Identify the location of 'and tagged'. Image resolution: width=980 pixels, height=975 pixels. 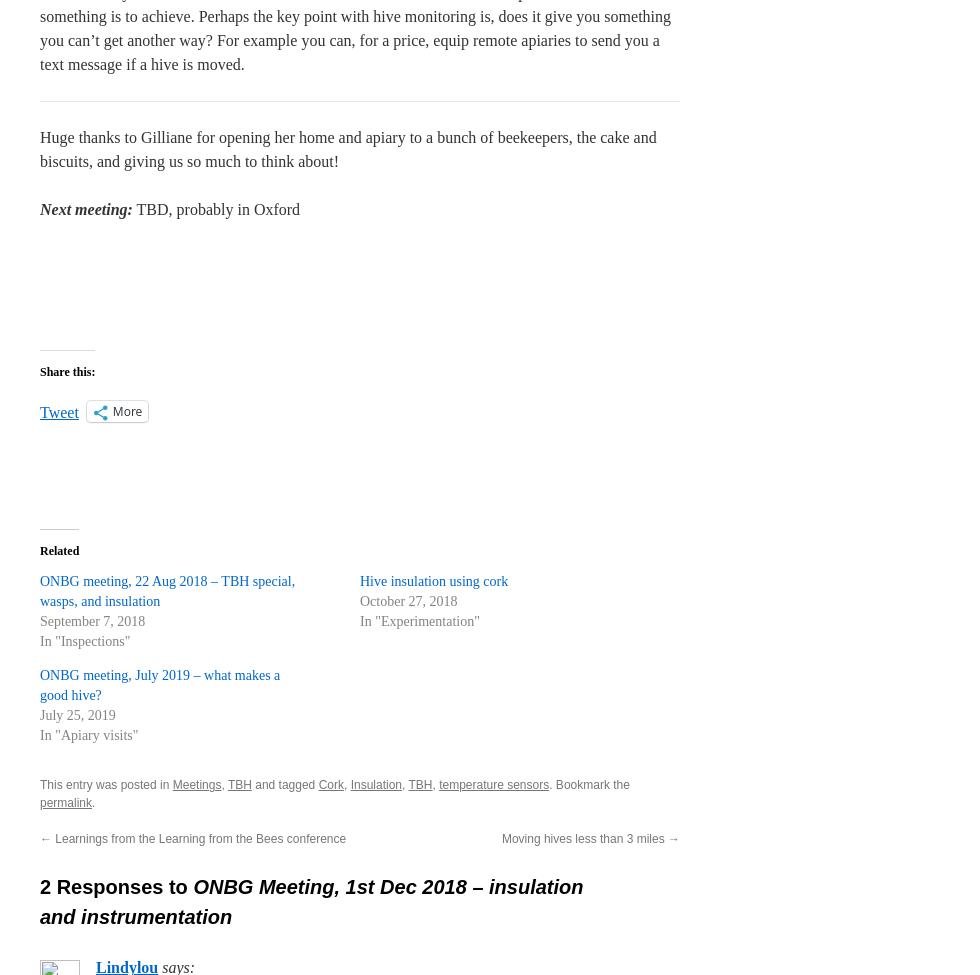
(284, 784).